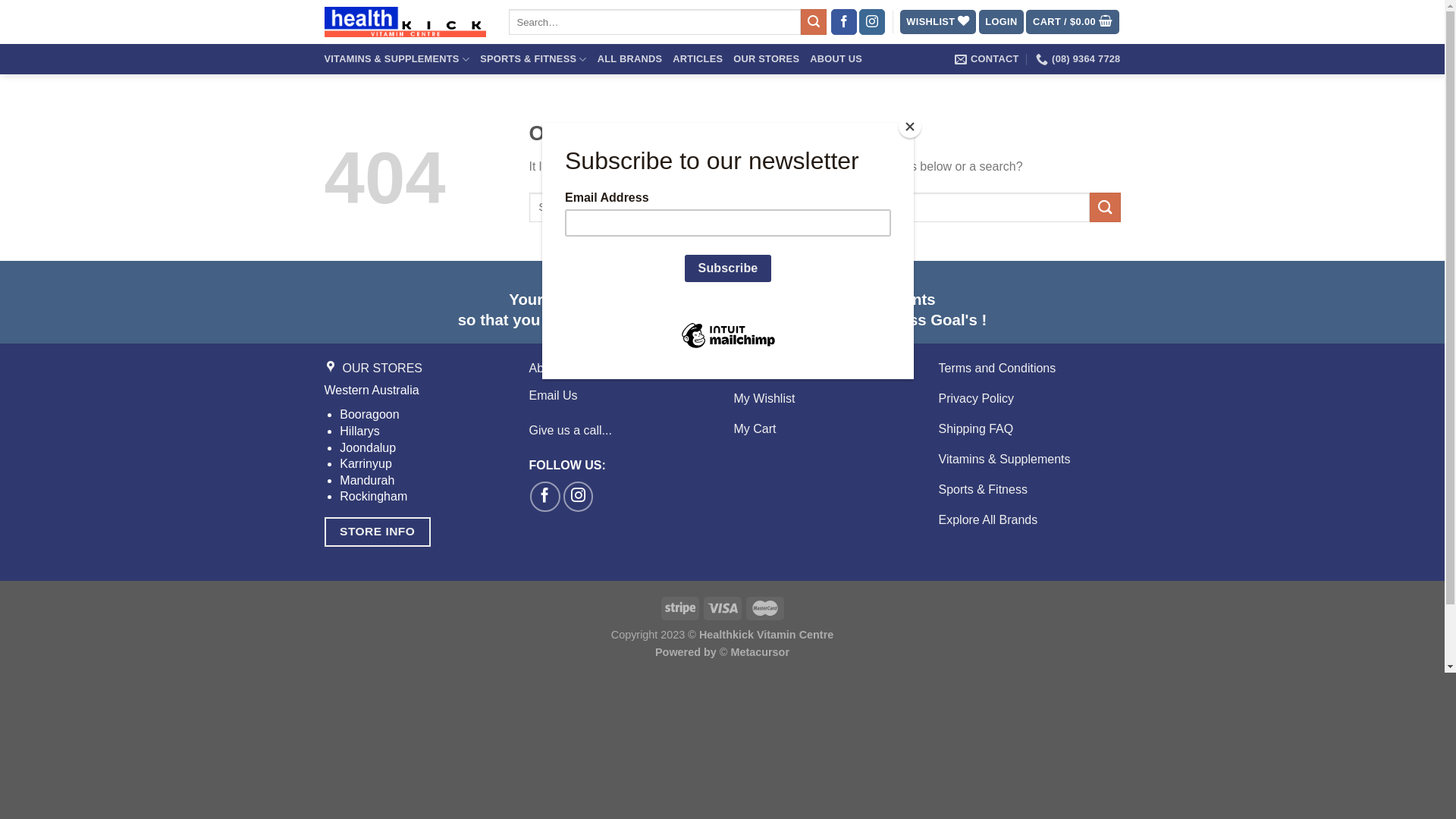  What do you see at coordinates (1030, 431) in the screenshot?
I see `'Shipping FAQ'` at bounding box center [1030, 431].